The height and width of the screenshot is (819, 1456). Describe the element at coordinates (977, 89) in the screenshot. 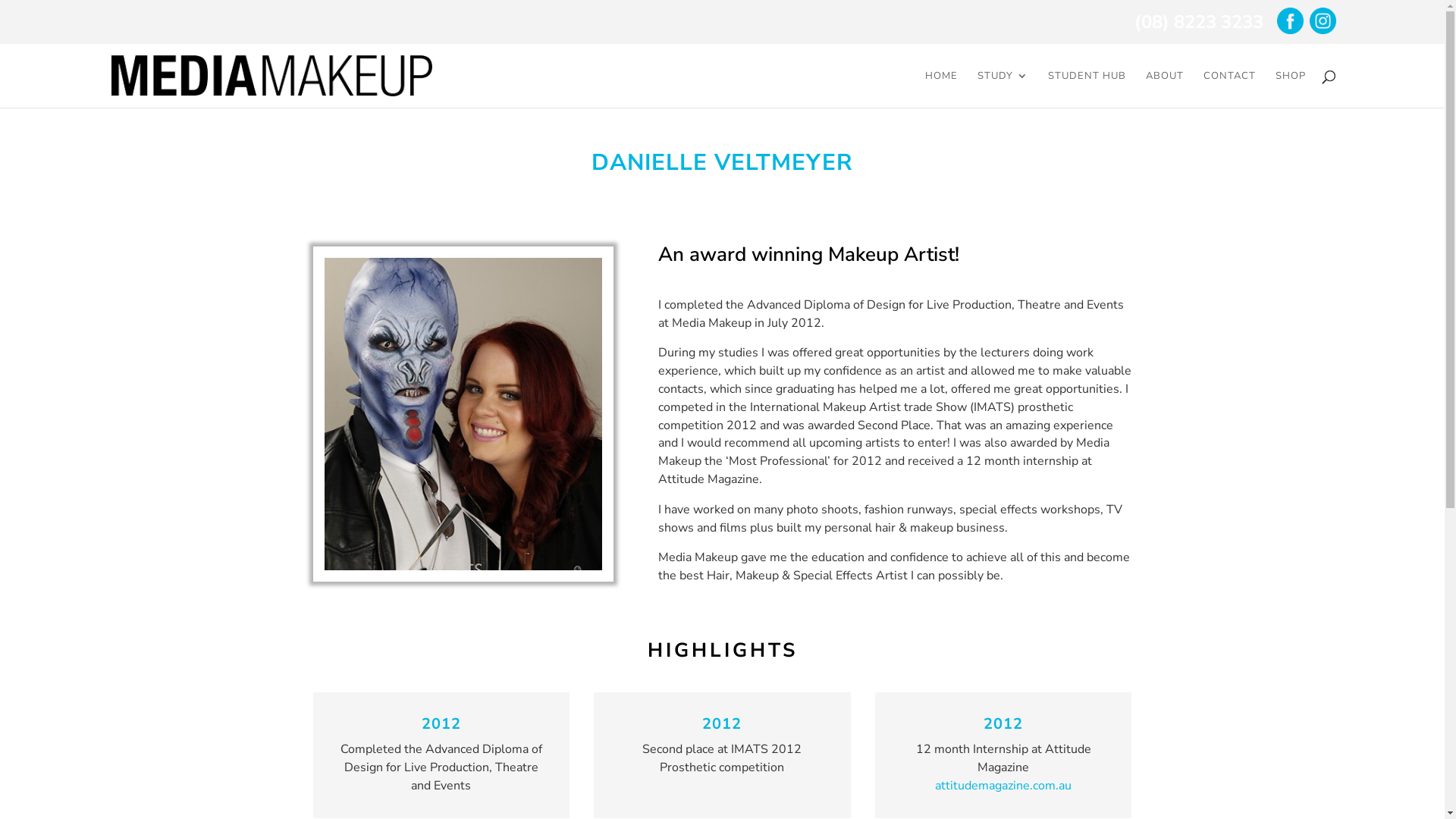

I see `'STUDY'` at that location.